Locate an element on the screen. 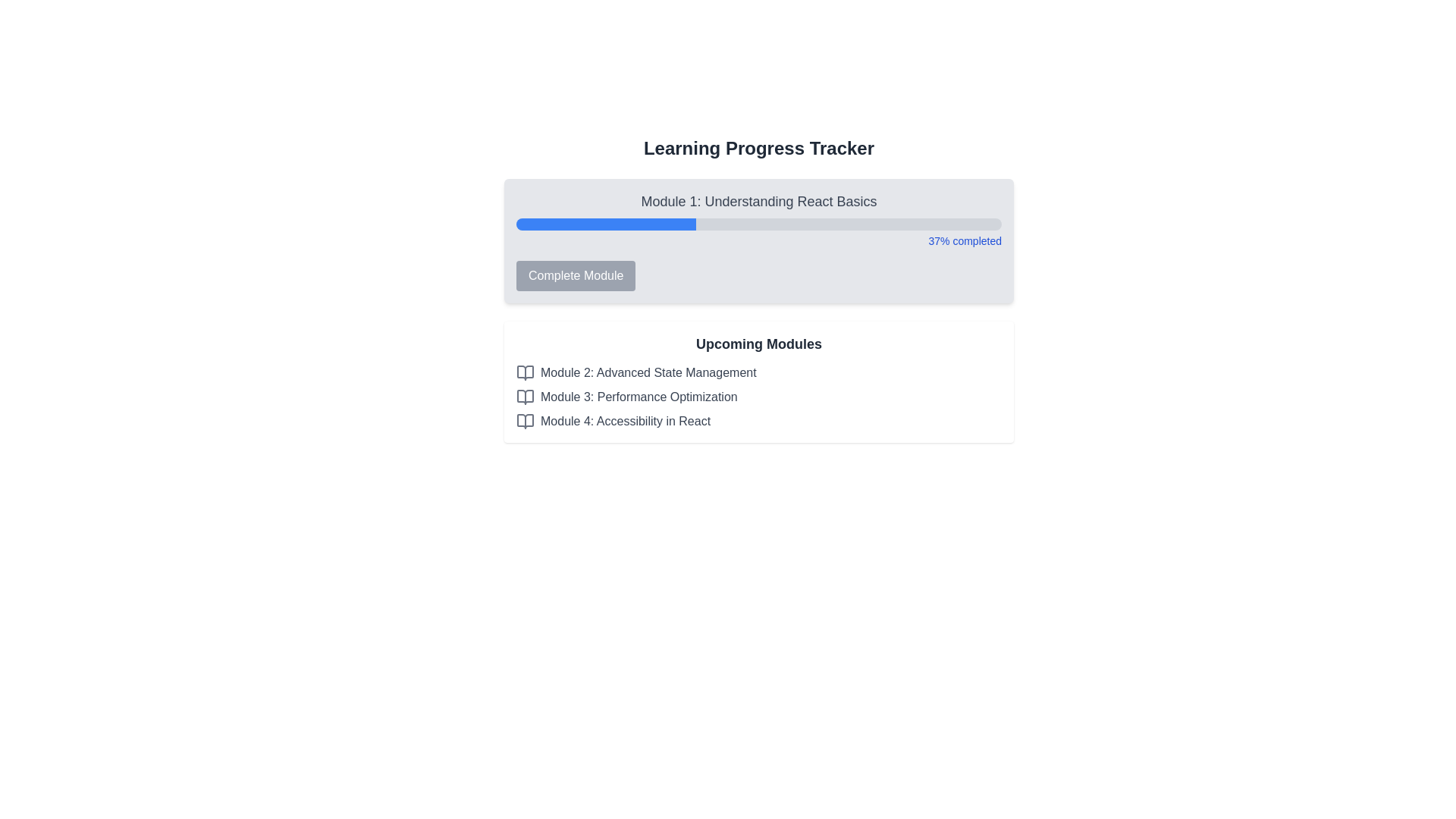  the button with a blue background and white text labeled 'Complete Module', which is located below the progress bar for 'Module 1: Understanding React Basics' is located at coordinates (575, 275).